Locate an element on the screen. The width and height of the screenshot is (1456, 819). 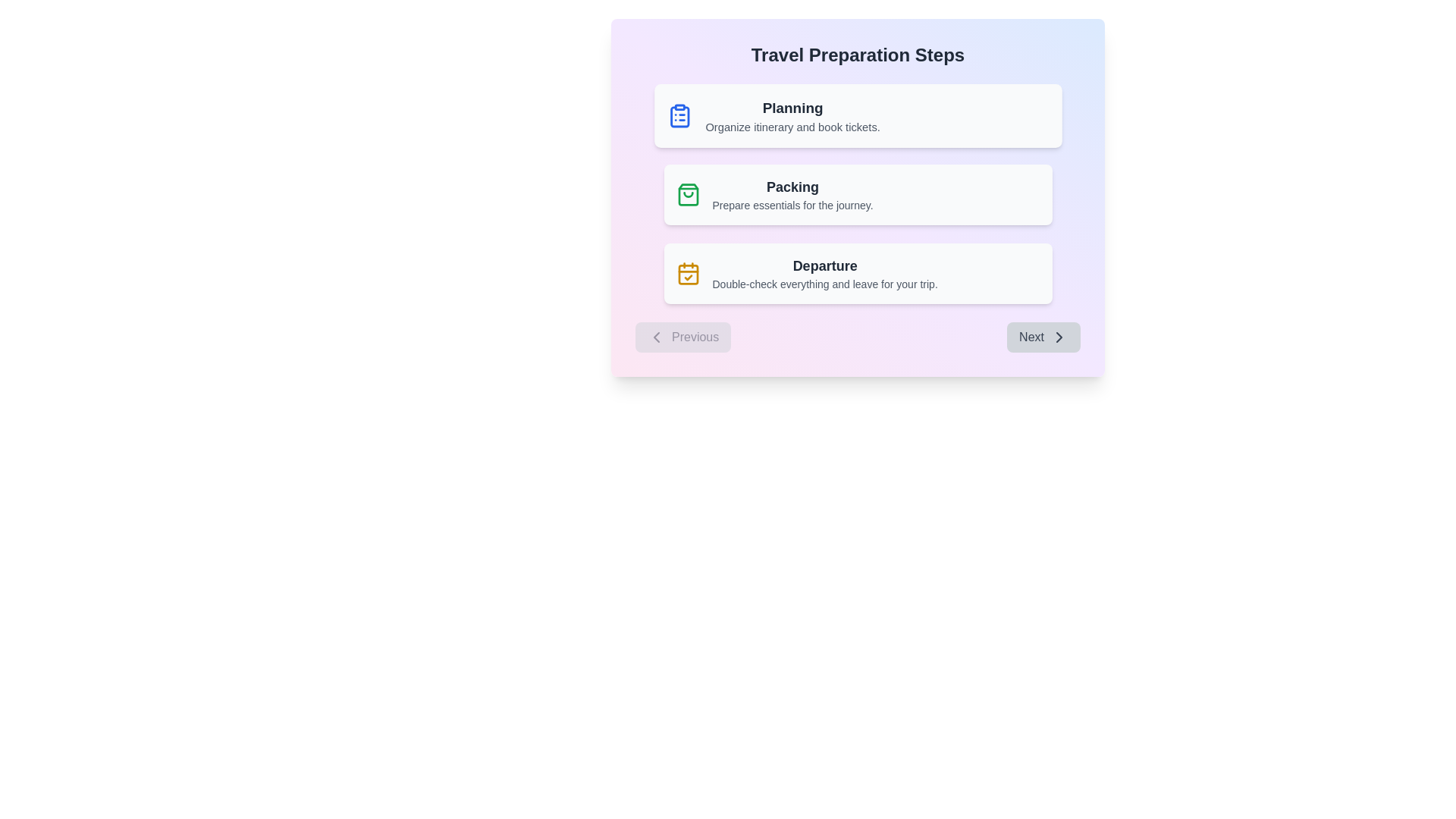
the shopping bag icon's handle vector graphic, which is characterized by a green outline and white background, located in the second step of the 'Travel Preparation Steps' list next to the 'Packing' title is located at coordinates (687, 194).